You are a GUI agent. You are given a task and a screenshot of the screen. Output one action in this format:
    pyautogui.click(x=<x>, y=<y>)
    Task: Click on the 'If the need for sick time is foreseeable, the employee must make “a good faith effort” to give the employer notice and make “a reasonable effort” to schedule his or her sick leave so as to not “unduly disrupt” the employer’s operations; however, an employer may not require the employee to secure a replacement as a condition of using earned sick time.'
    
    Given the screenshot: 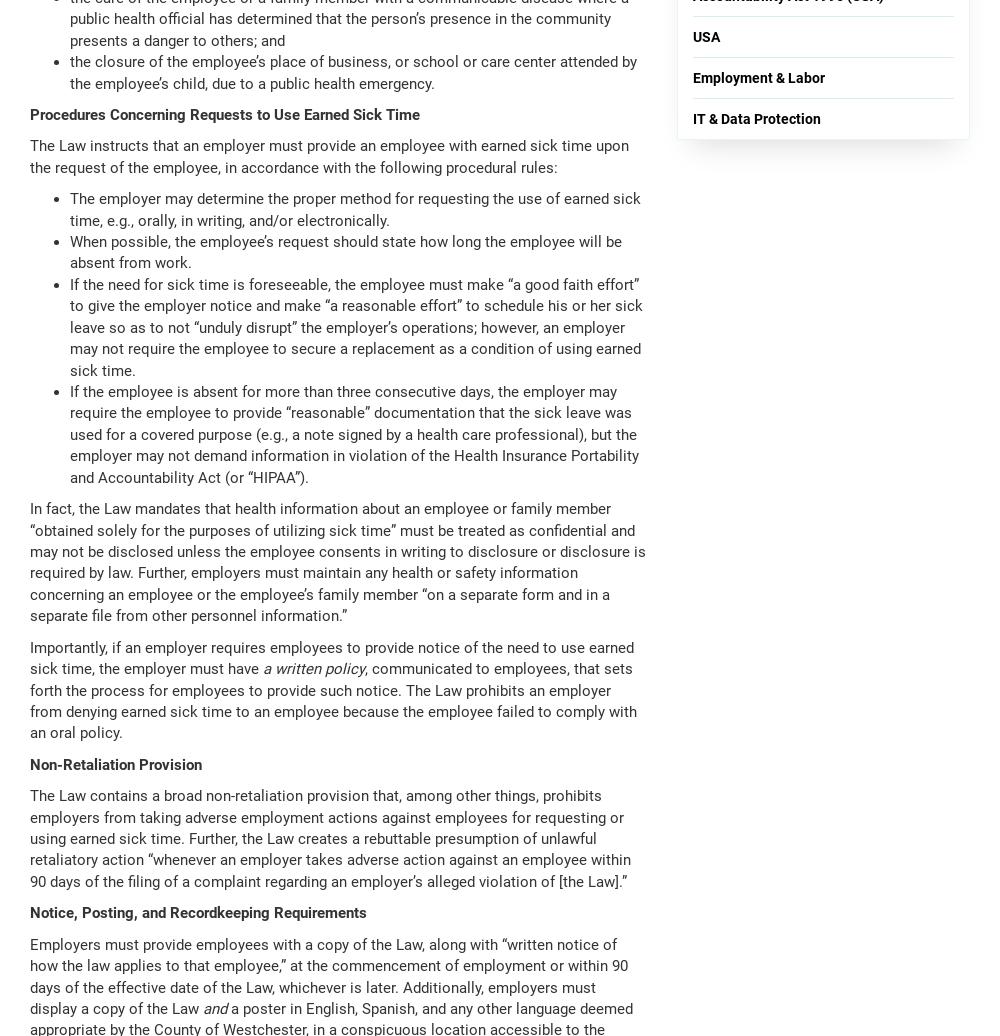 What is the action you would take?
    pyautogui.click(x=355, y=326)
    